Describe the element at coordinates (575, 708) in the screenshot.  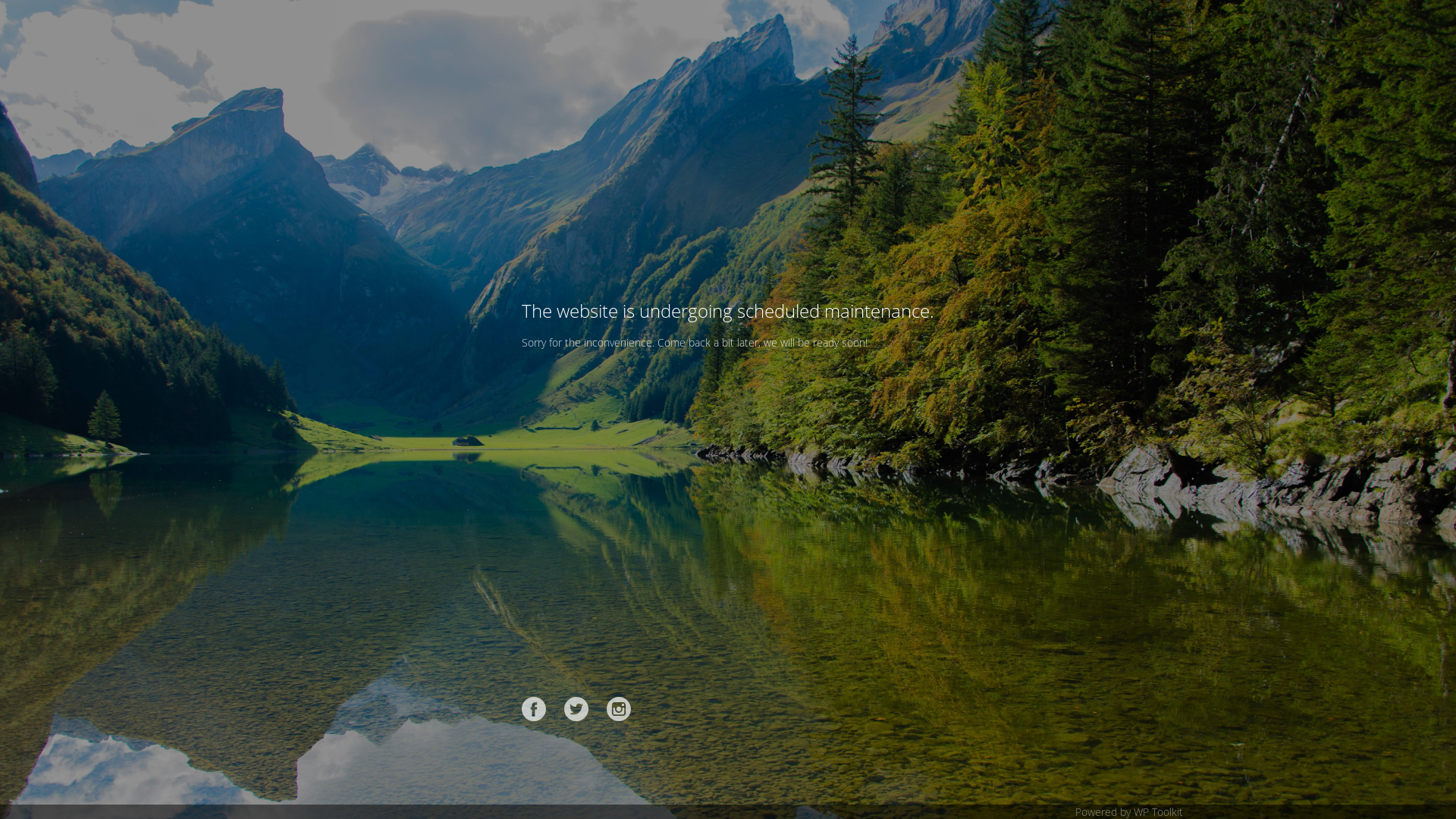
I see `'Twitter'` at that location.